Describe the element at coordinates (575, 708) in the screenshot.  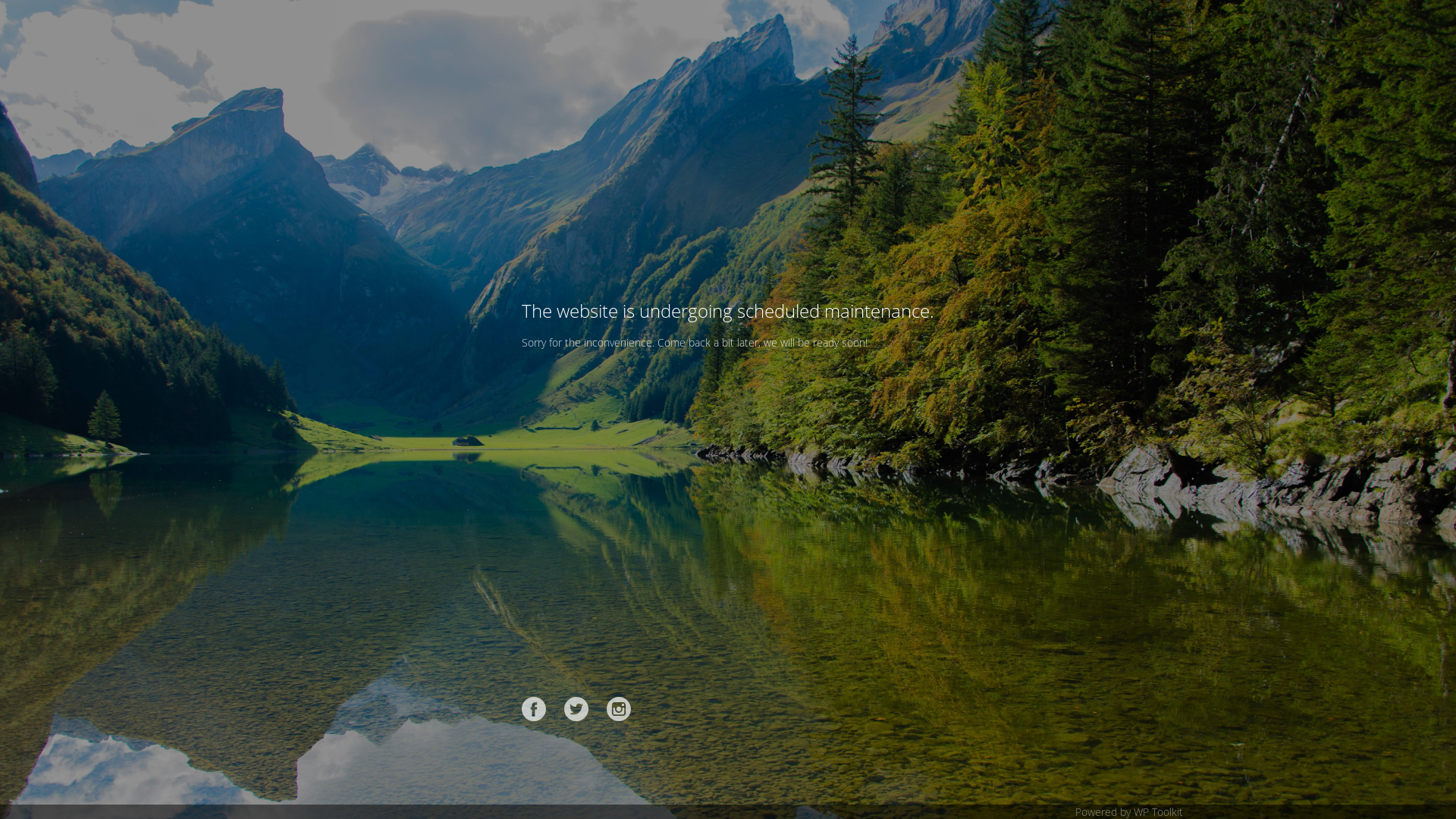
I see `'Twitter'` at that location.